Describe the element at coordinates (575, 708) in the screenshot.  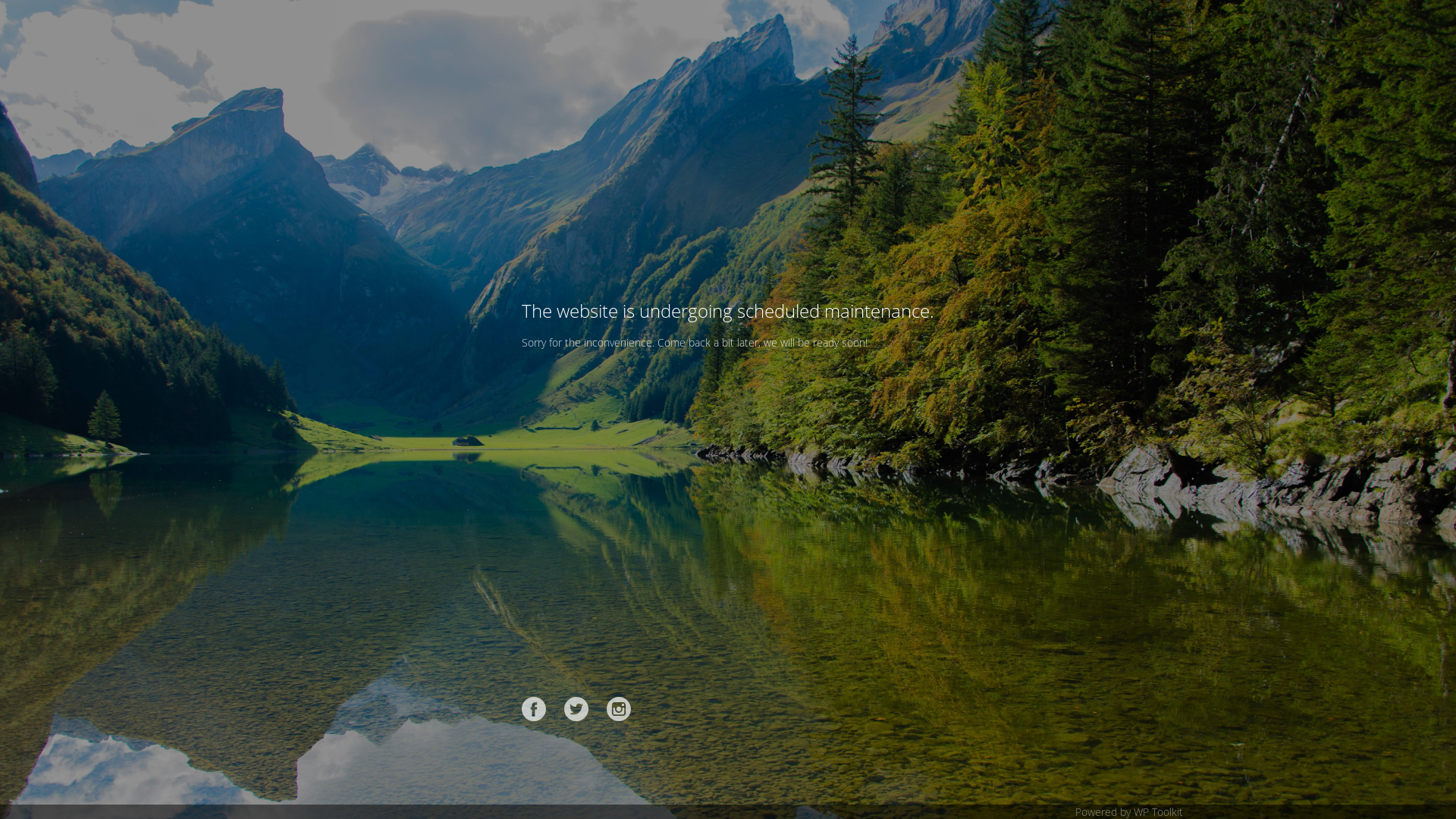
I see `'Twitter'` at that location.